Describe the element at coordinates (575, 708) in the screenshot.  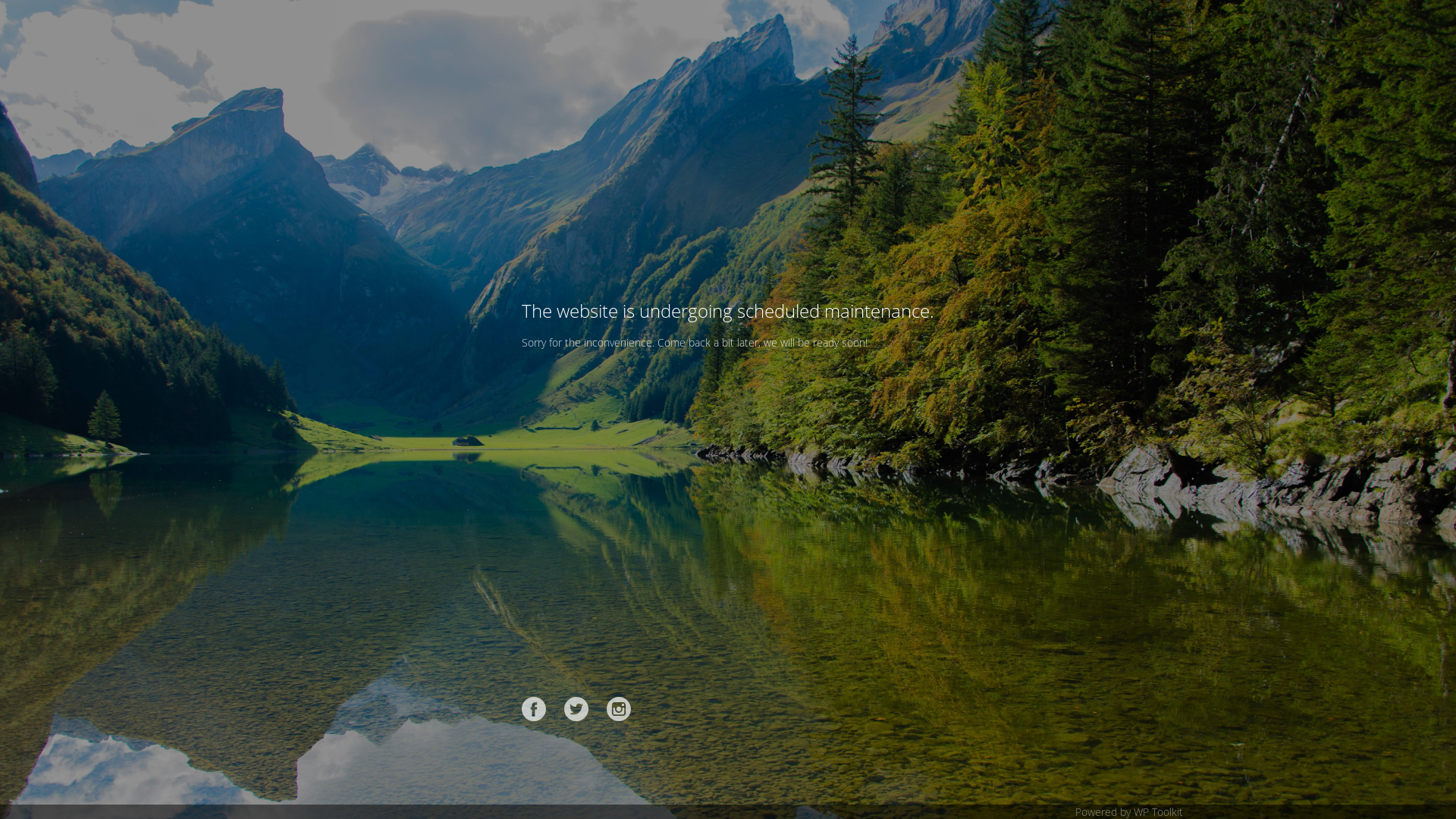
I see `'Twitter'` at that location.